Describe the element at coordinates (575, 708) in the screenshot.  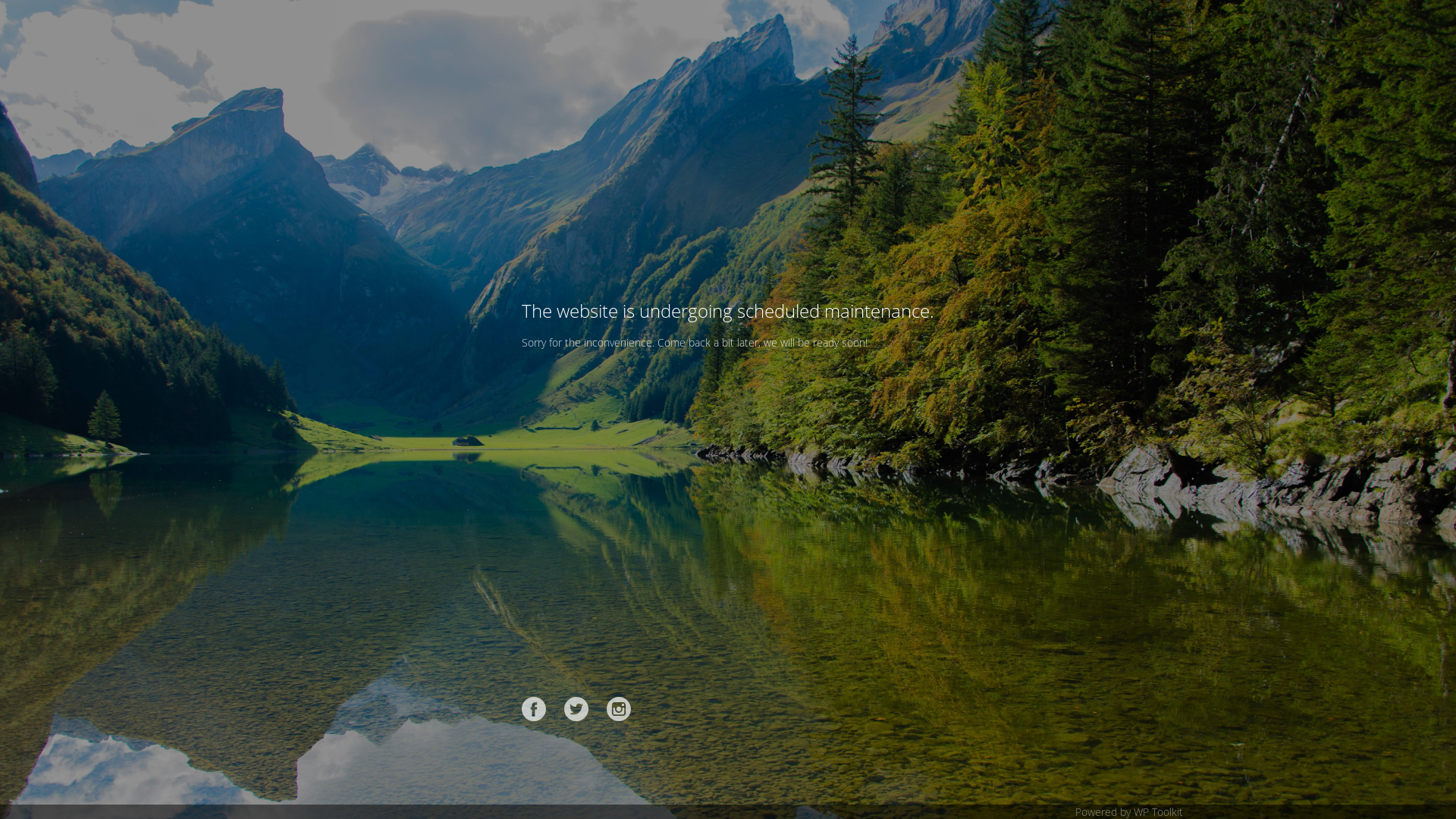
I see `'Twitter'` at that location.